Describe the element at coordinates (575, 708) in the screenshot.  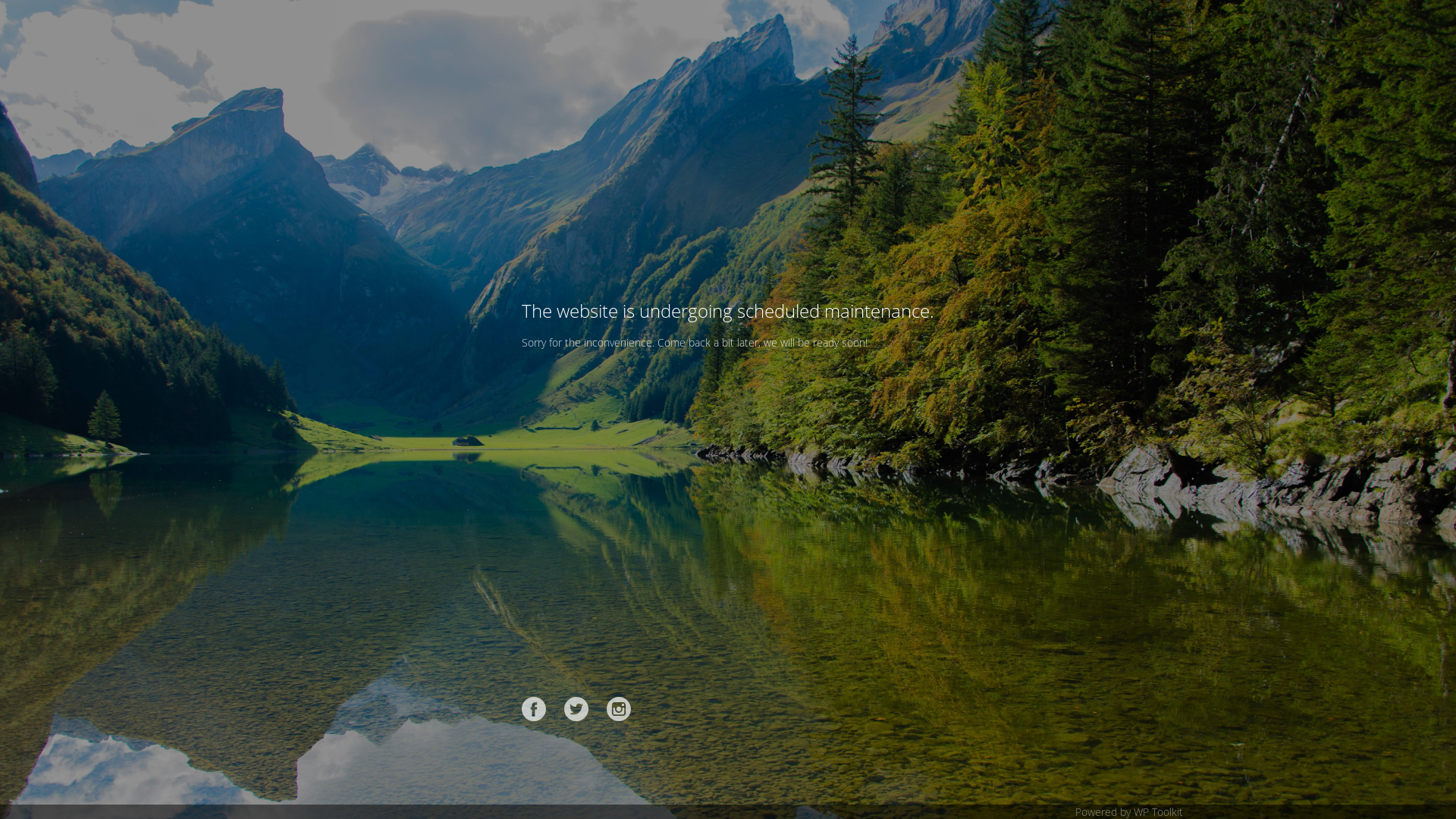
I see `'Twitter'` at that location.